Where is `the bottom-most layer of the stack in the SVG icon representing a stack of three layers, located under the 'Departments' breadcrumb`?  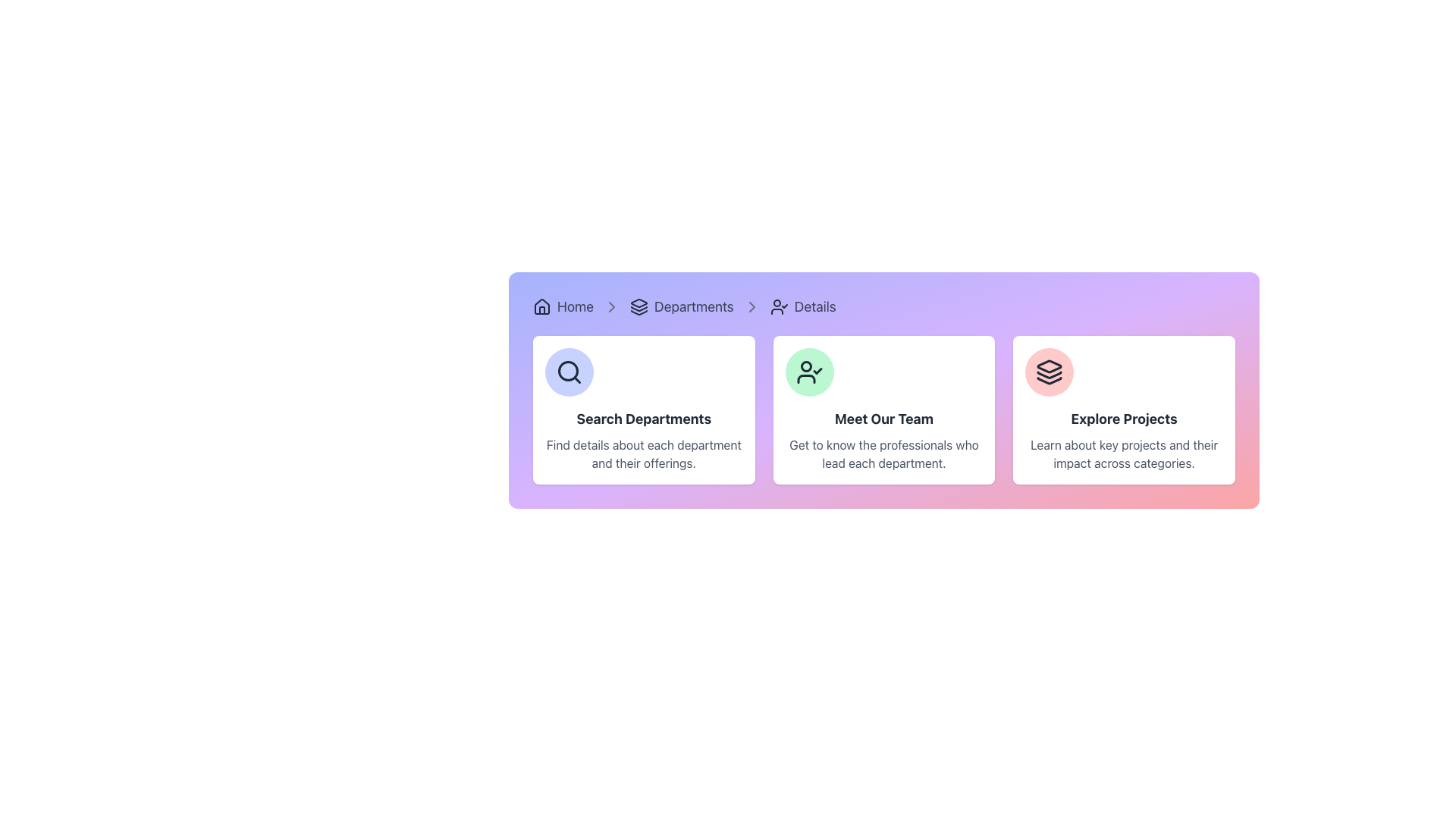
the bottom-most layer of the stack in the SVG icon representing a stack of three layers, located under the 'Departments' breadcrumb is located at coordinates (639, 312).